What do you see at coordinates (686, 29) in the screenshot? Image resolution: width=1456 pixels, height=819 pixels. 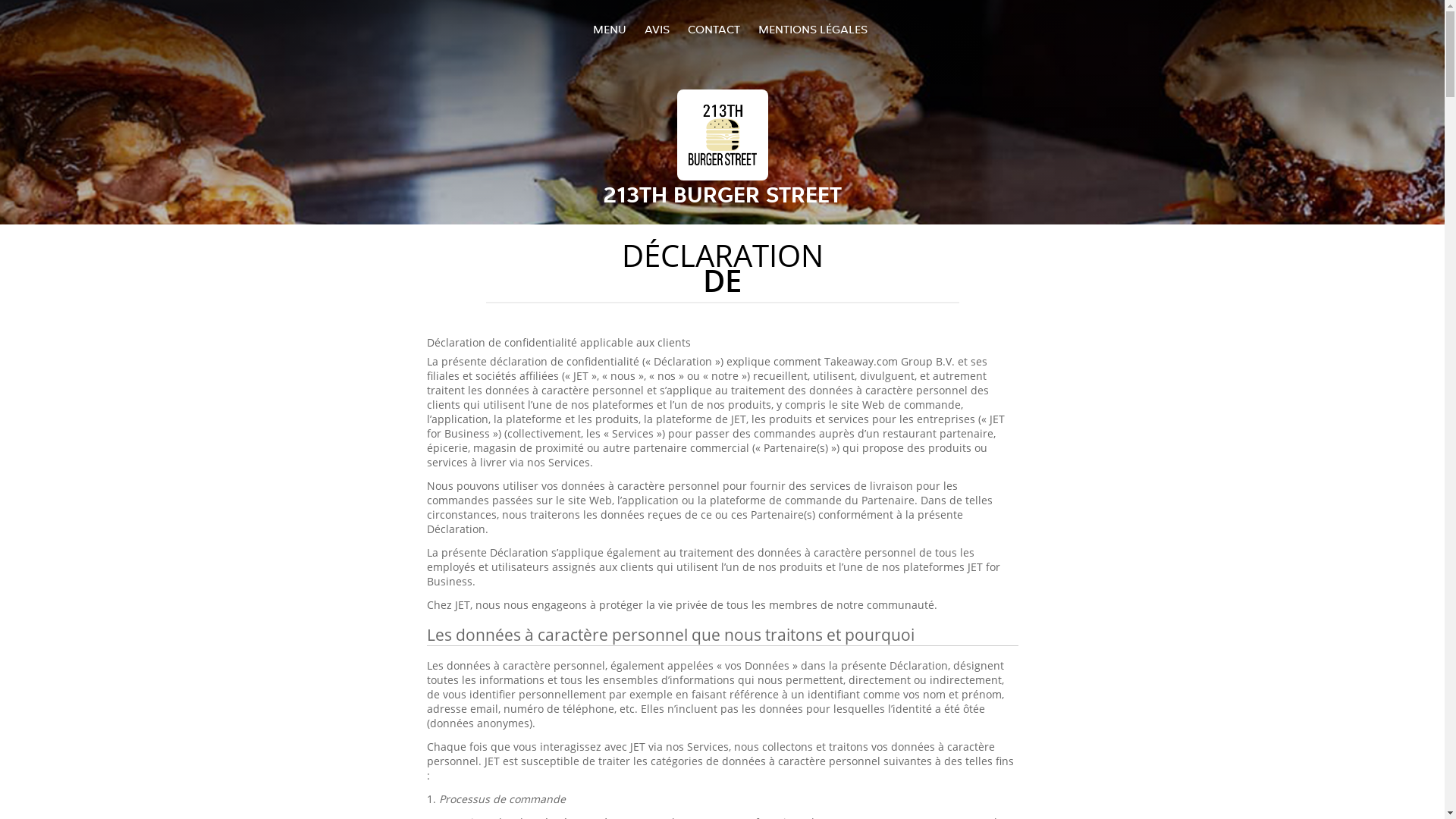 I see `'CONTACT'` at bounding box center [686, 29].